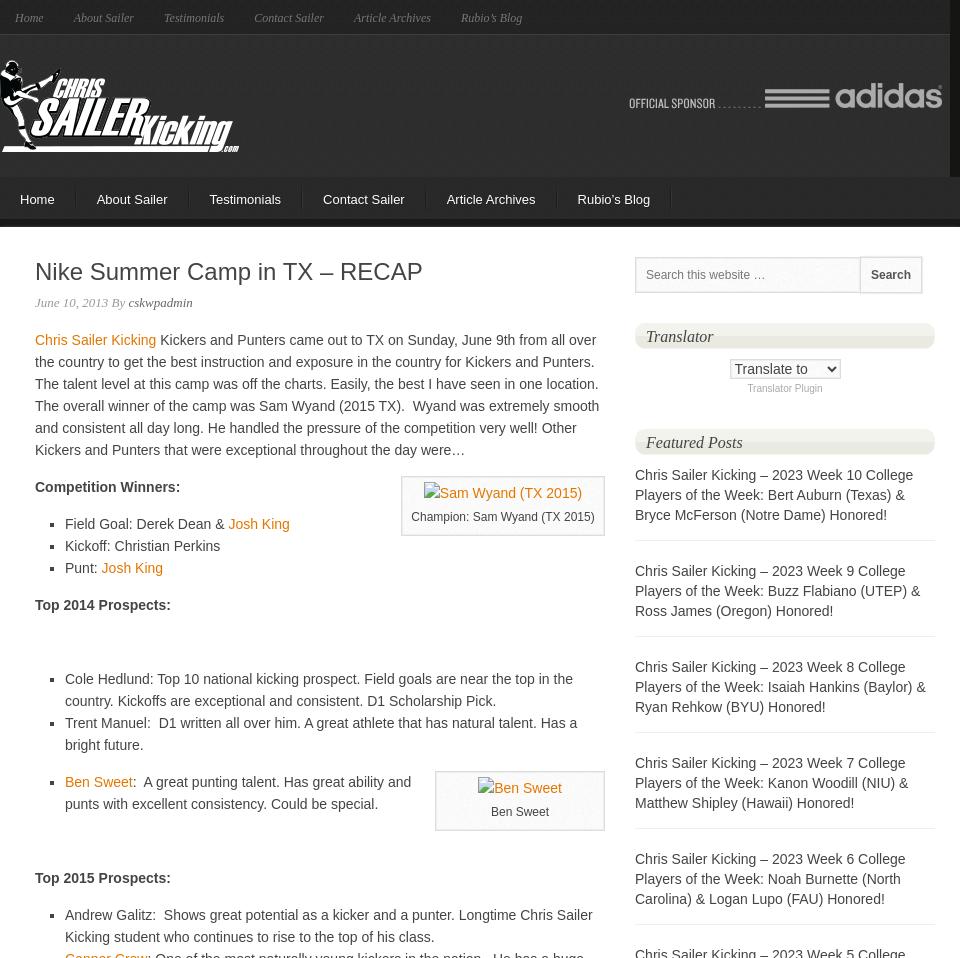  Describe the element at coordinates (141, 544) in the screenshot. I see `'Kickoff: Christian Perkins'` at that location.